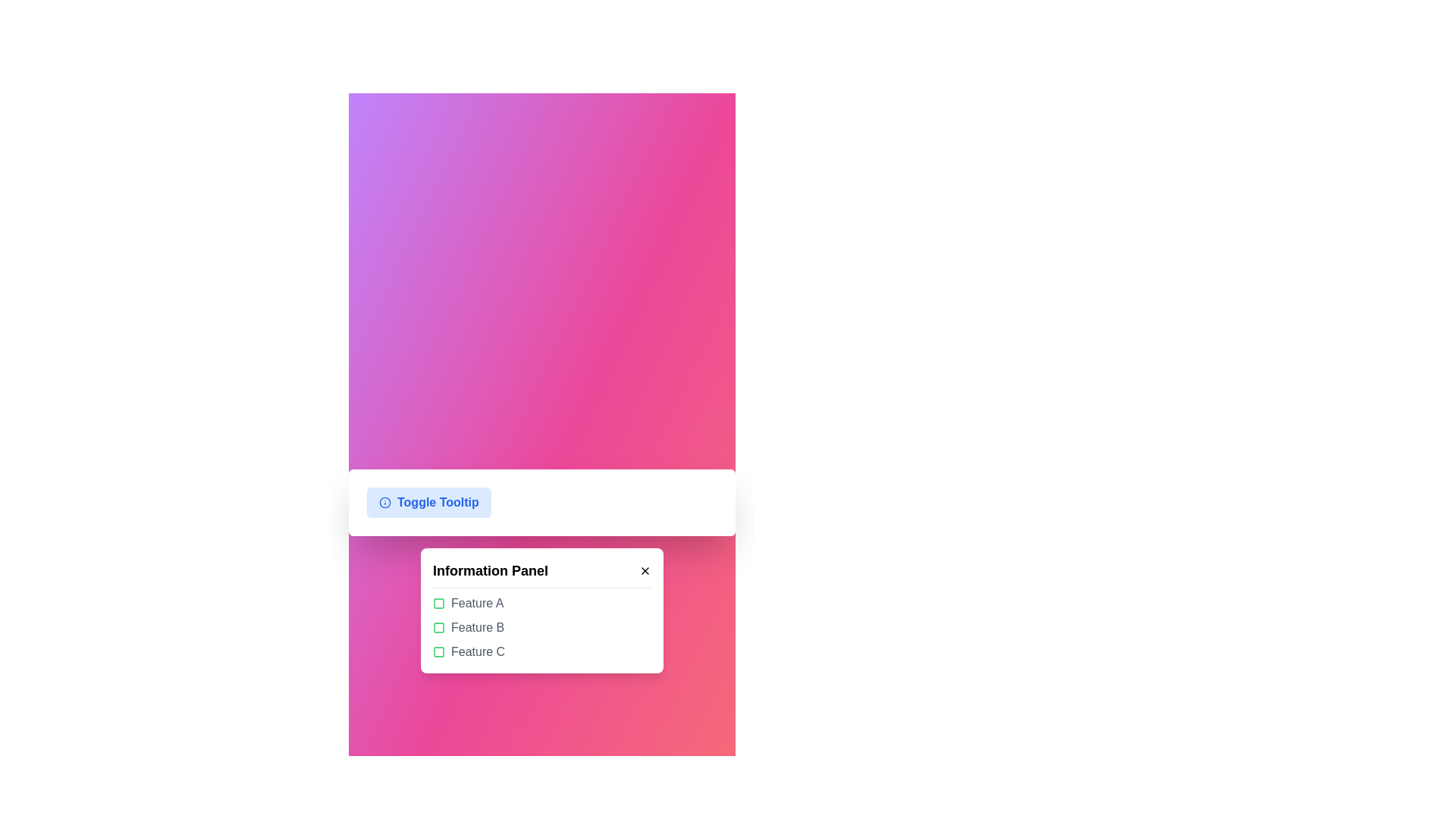  I want to click on the Checkbox for 'Feature C' using the keyboard for accessibility purposes, so click(438, 651).